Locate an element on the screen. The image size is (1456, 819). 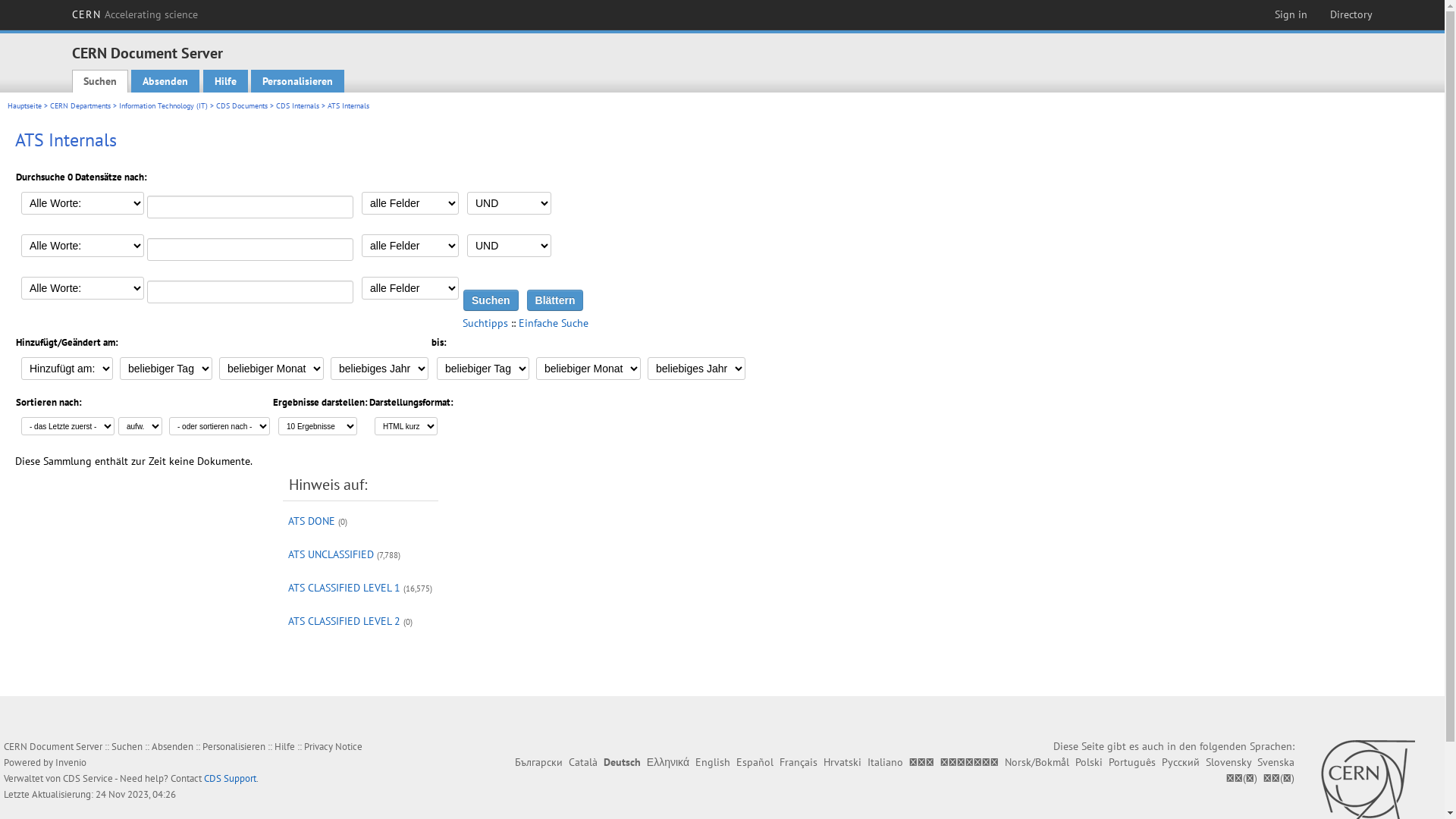
'Absenden' is located at coordinates (165, 81).